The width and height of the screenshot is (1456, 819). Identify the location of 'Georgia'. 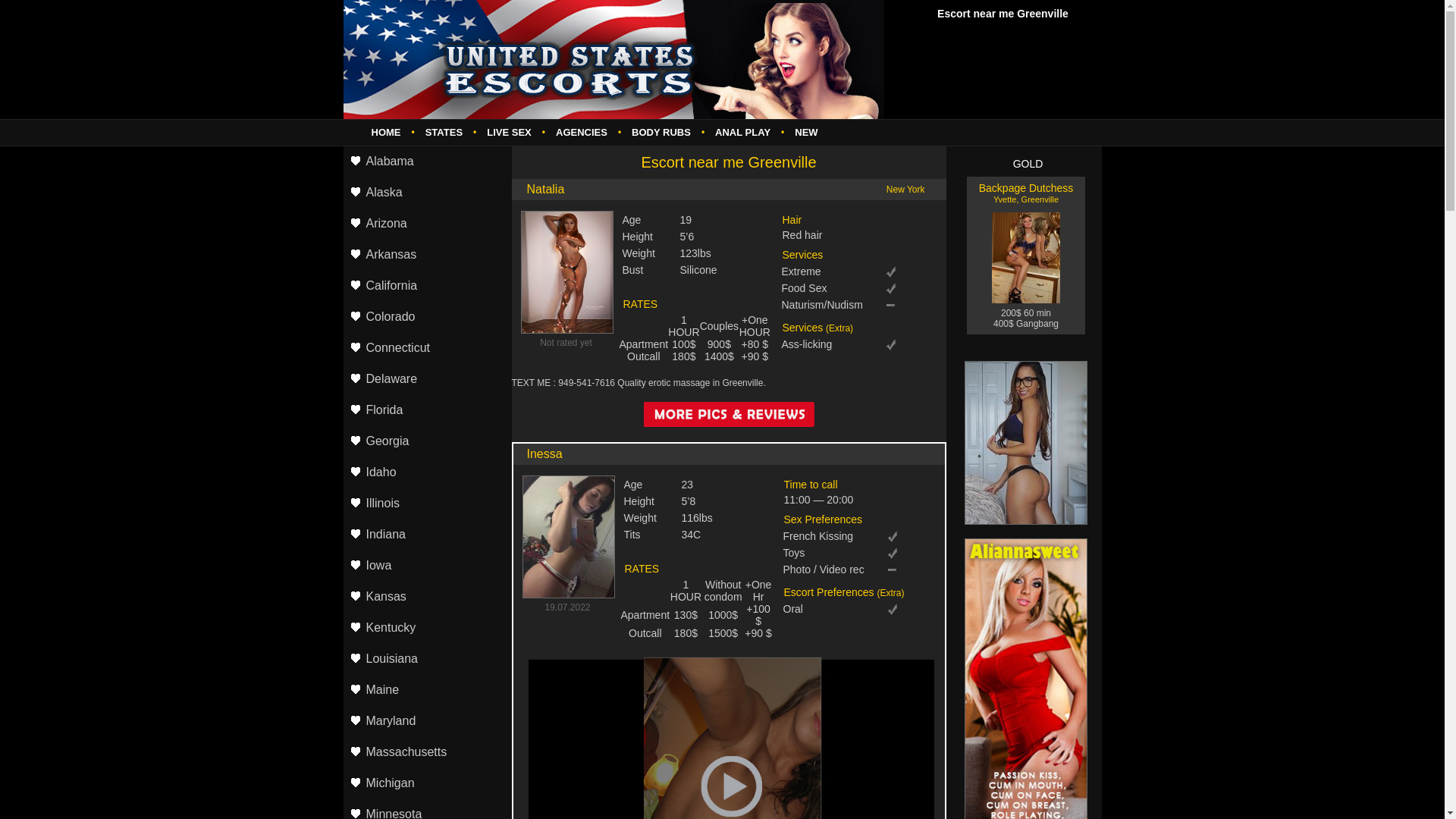
(425, 441).